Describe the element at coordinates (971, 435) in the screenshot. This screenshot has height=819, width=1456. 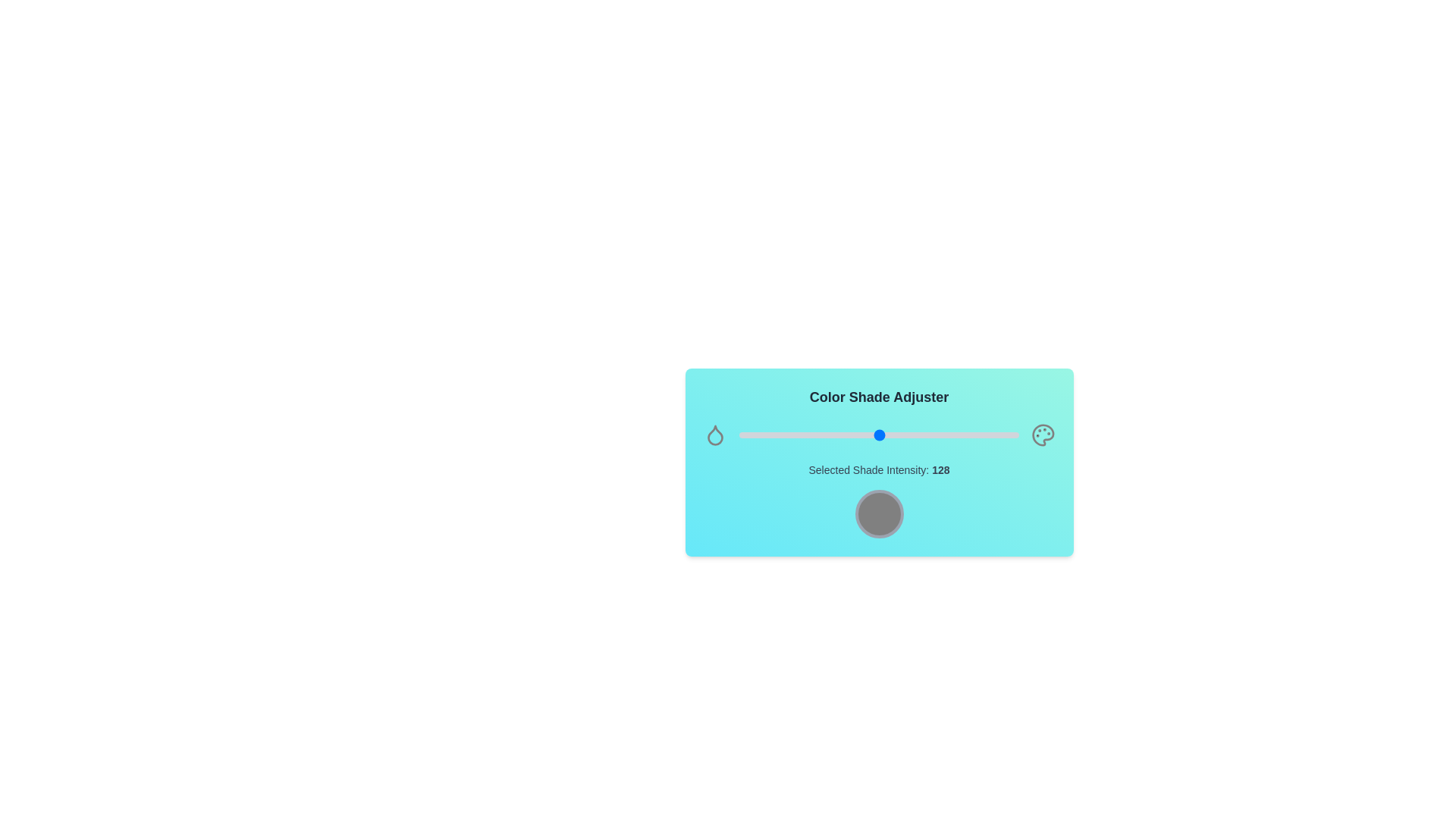
I see `the shade intensity slider to 211 value` at that location.